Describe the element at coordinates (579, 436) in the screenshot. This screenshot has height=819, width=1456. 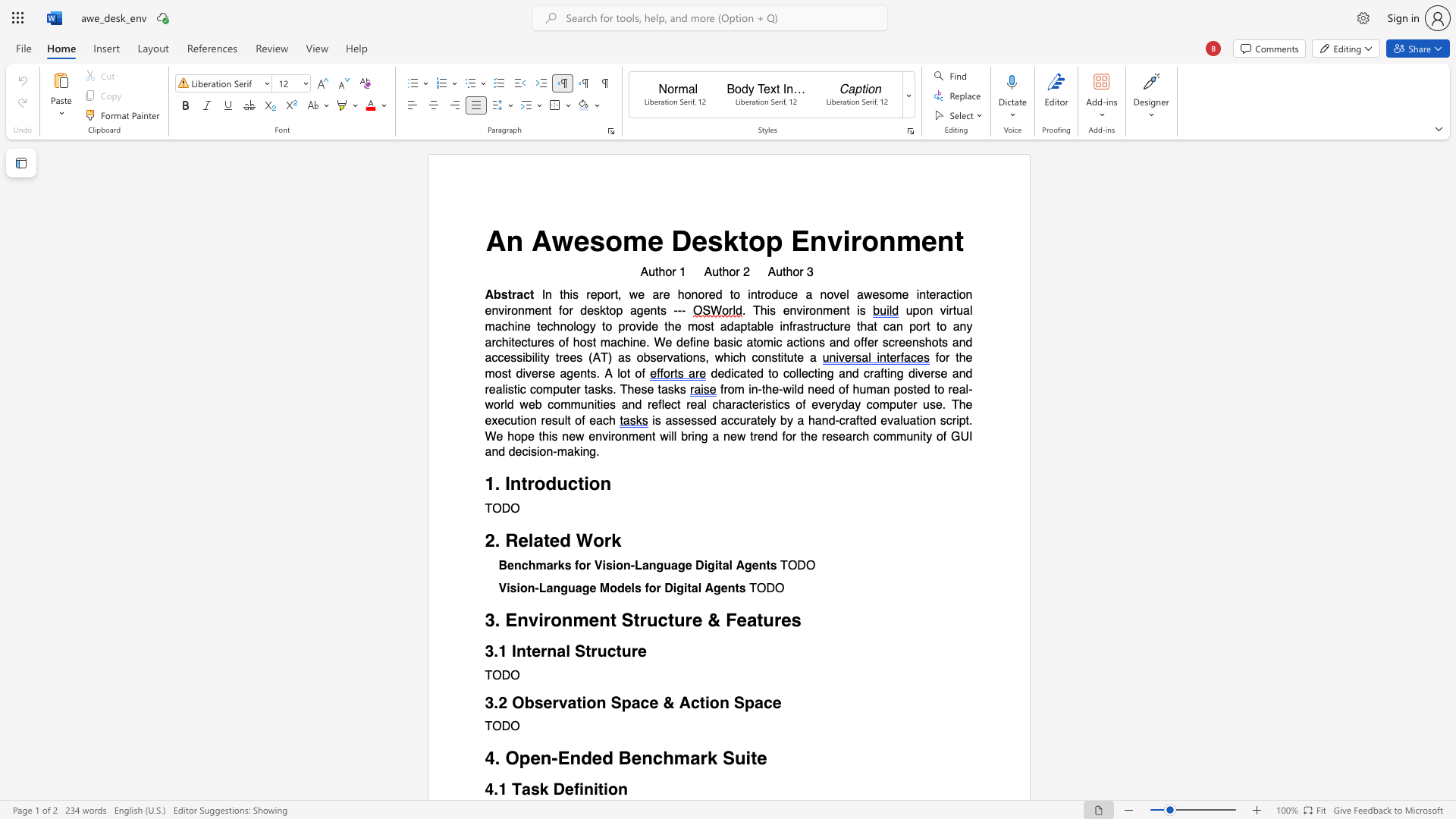
I see `the 1th character "w" in the text` at that location.